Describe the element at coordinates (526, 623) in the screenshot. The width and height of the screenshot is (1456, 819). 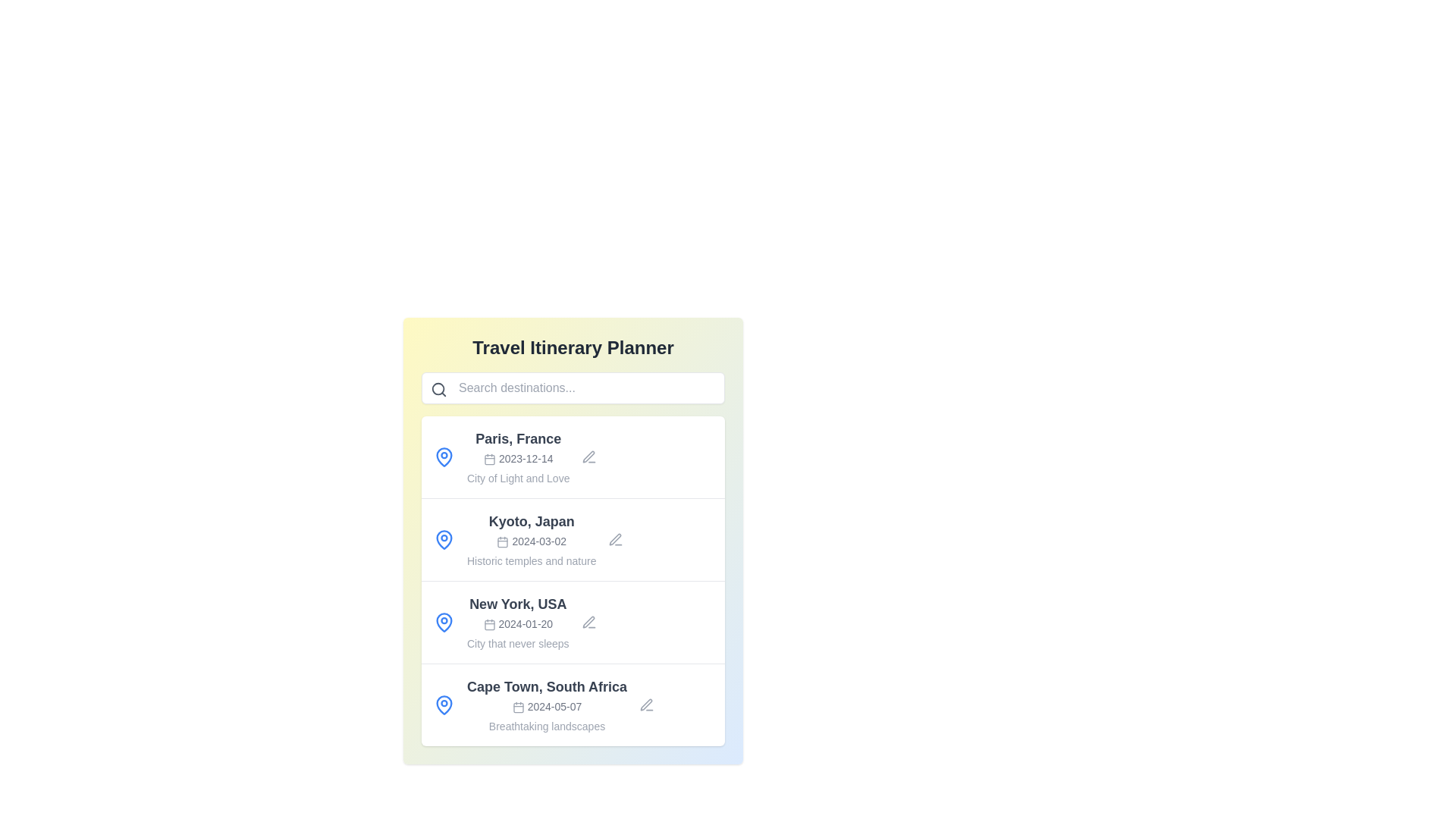
I see `the text label displaying the date '2024-01-20', which is part of the trip details for 'New York, USA', positioned between the calendar icon and the pen/edit icon` at that location.